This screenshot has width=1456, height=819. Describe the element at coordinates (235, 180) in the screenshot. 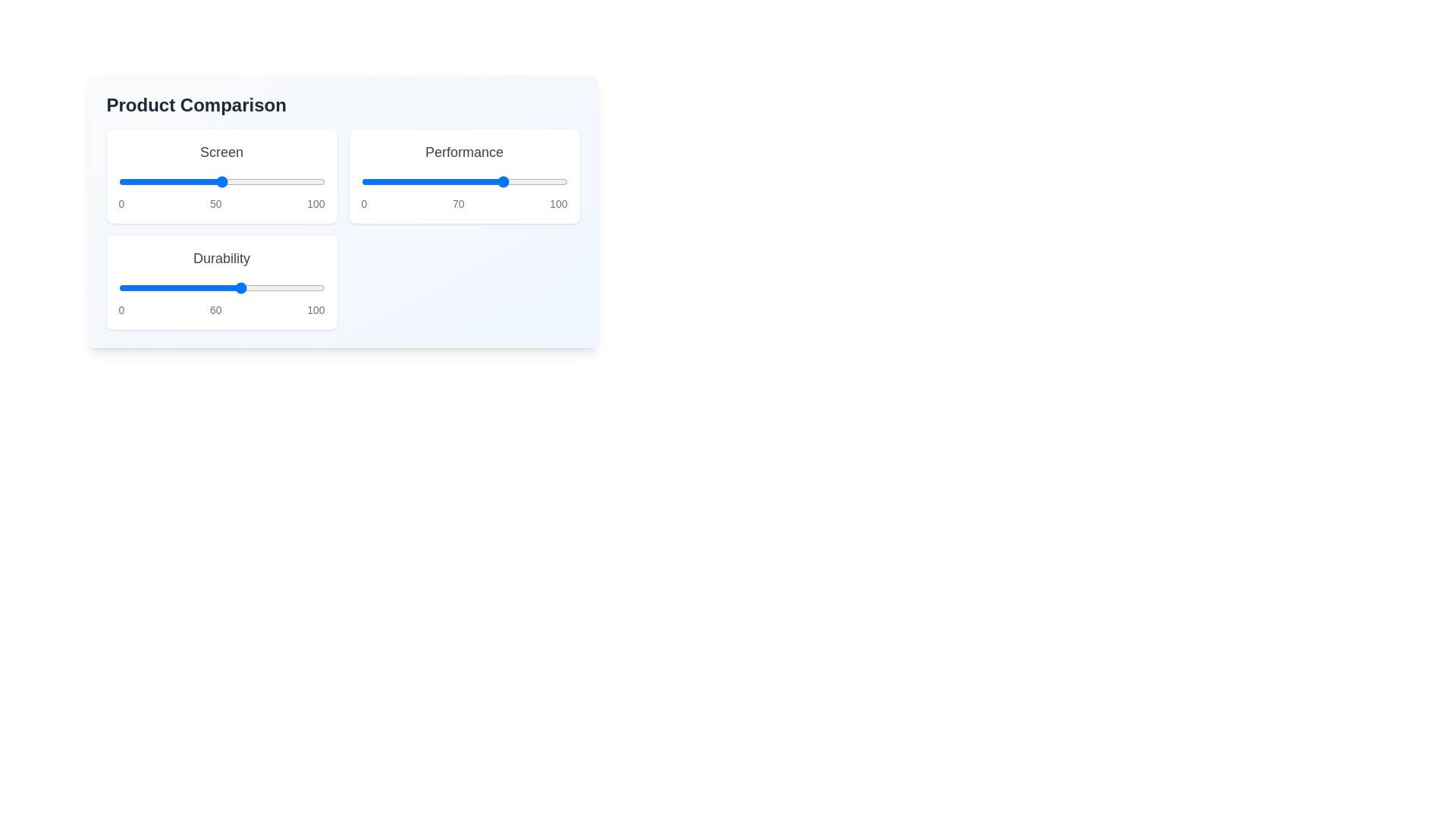

I see `the 'Screen' slider to the value 57` at that location.